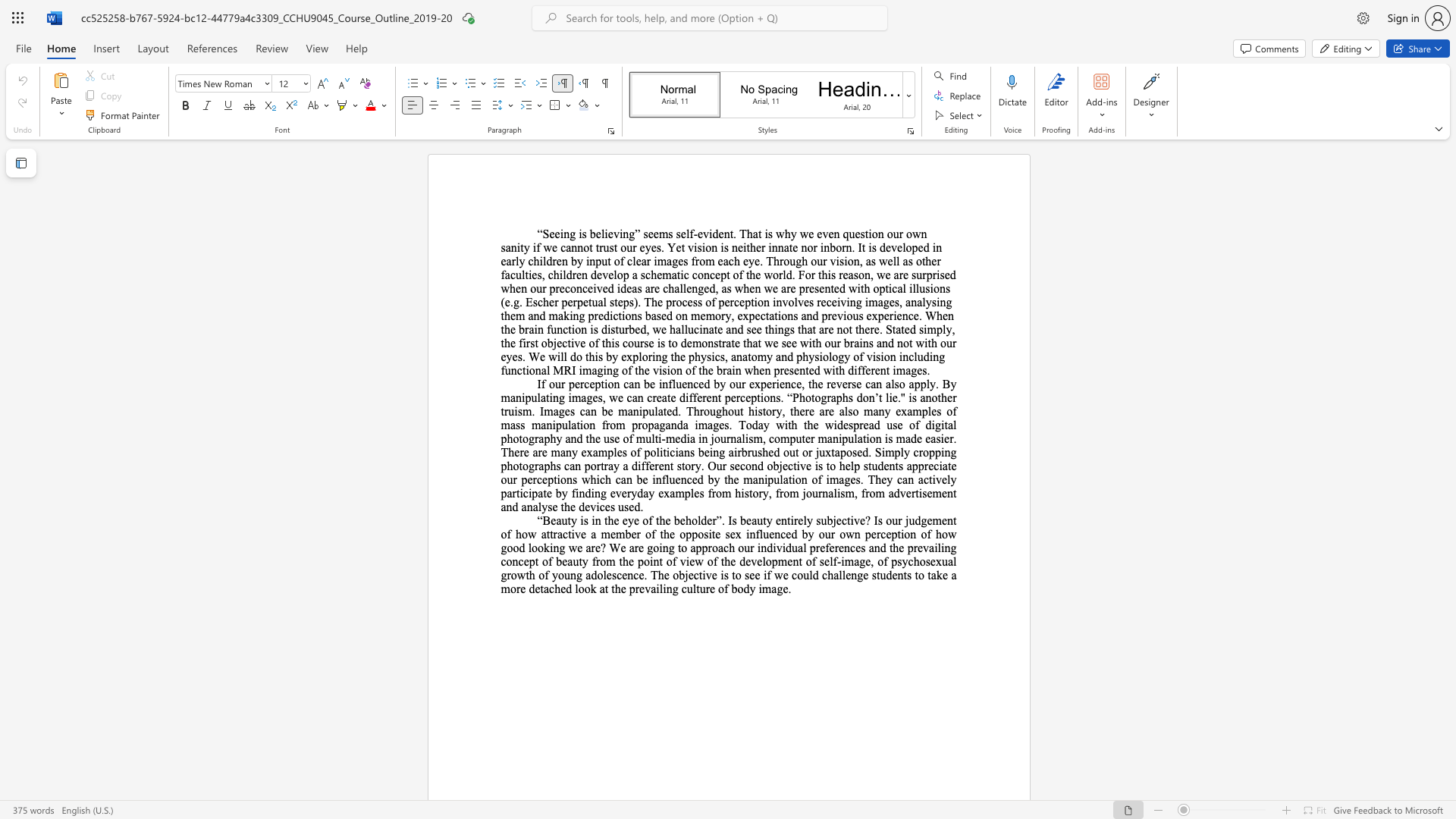  I want to click on the subset text "ceived ideas are challenged, as when we are presented with optical illusions (e.g. Escher perpet" within the text "“Seeing is believing” seems self-evident. That is why we even question our own sanity if we cannot trust our eyes. Yet vision is neither innate nor inborn. It is developed in early children by input of clear images from each eye. Through our vision, as well as other faculties, children develop a schematic concept of the world. For this reason, we are surprised when our preconceived ideas are challenged, as when we are presented with optical illusions (e.g. Escher perpetual steps). The process of perception", so click(582, 288).